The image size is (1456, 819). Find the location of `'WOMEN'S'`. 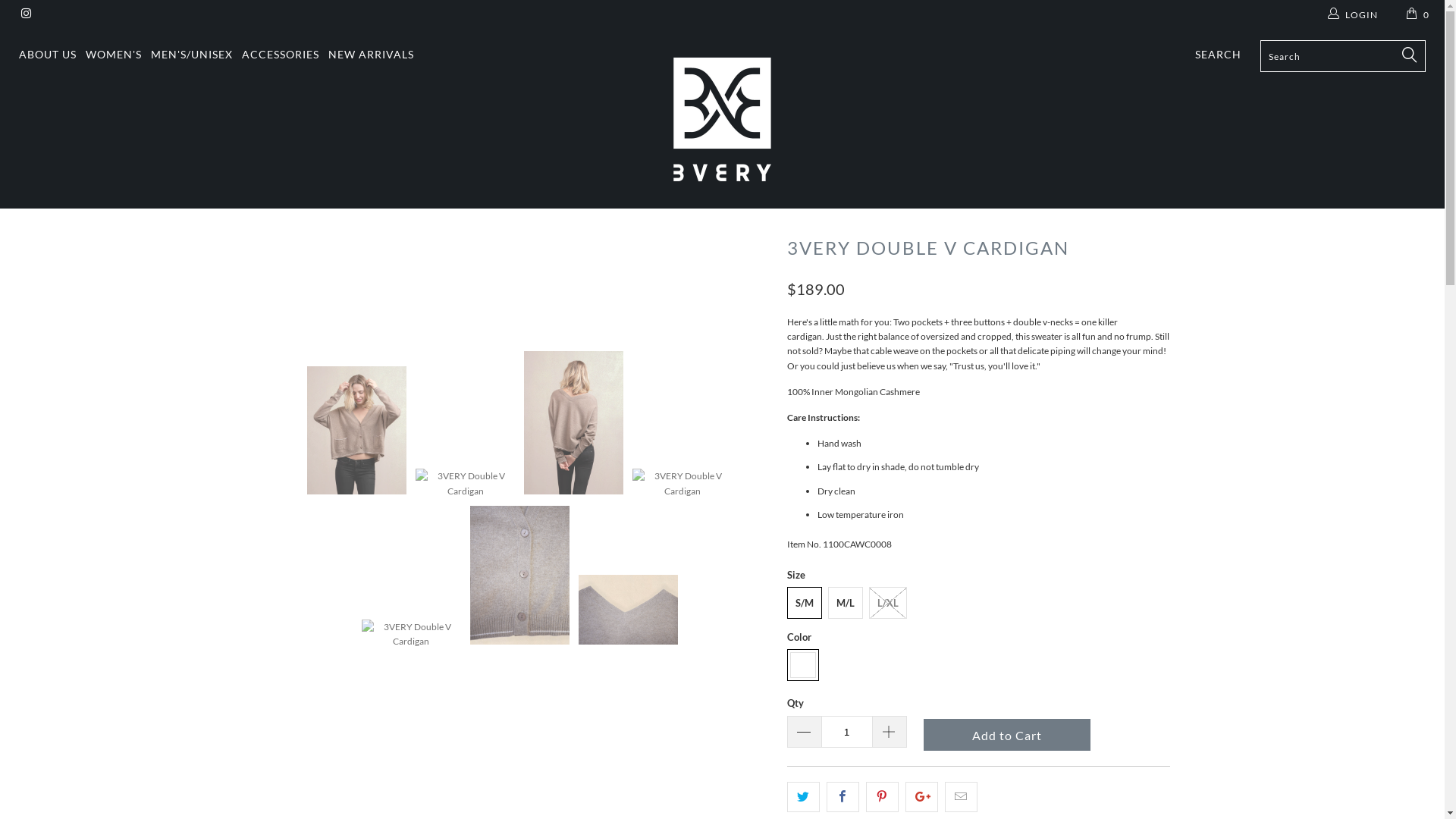

'WOMEN'S' is located at coordinates (112, 54).